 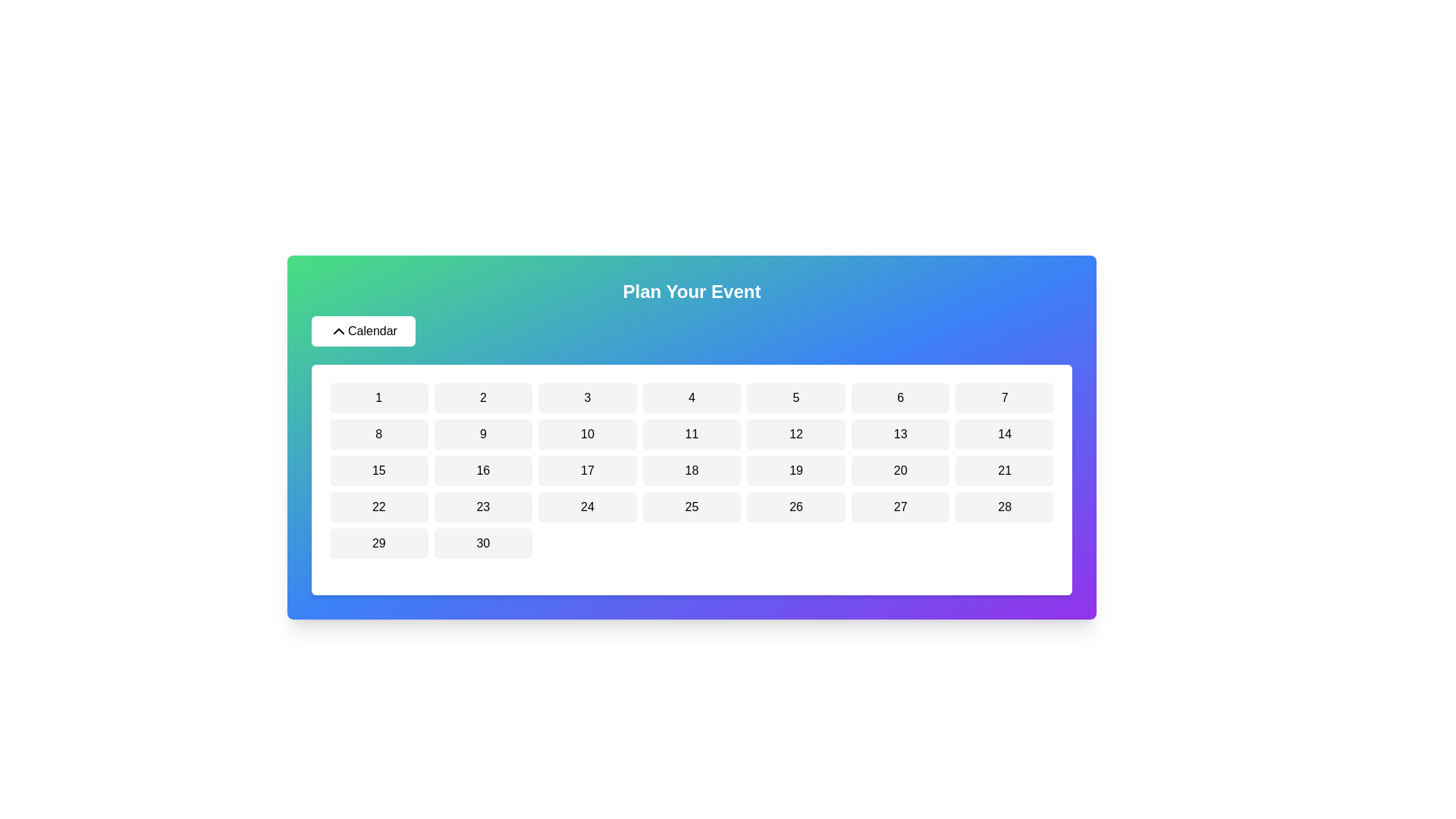 What do you see at coordinates (795, 507) in the screenshot?
I see `the button representing the date '26' in the calendar interface, located in the sixth row and fourth column of the grid layout under the section 'Plan Your Event'` at bounding box center [795, 507].